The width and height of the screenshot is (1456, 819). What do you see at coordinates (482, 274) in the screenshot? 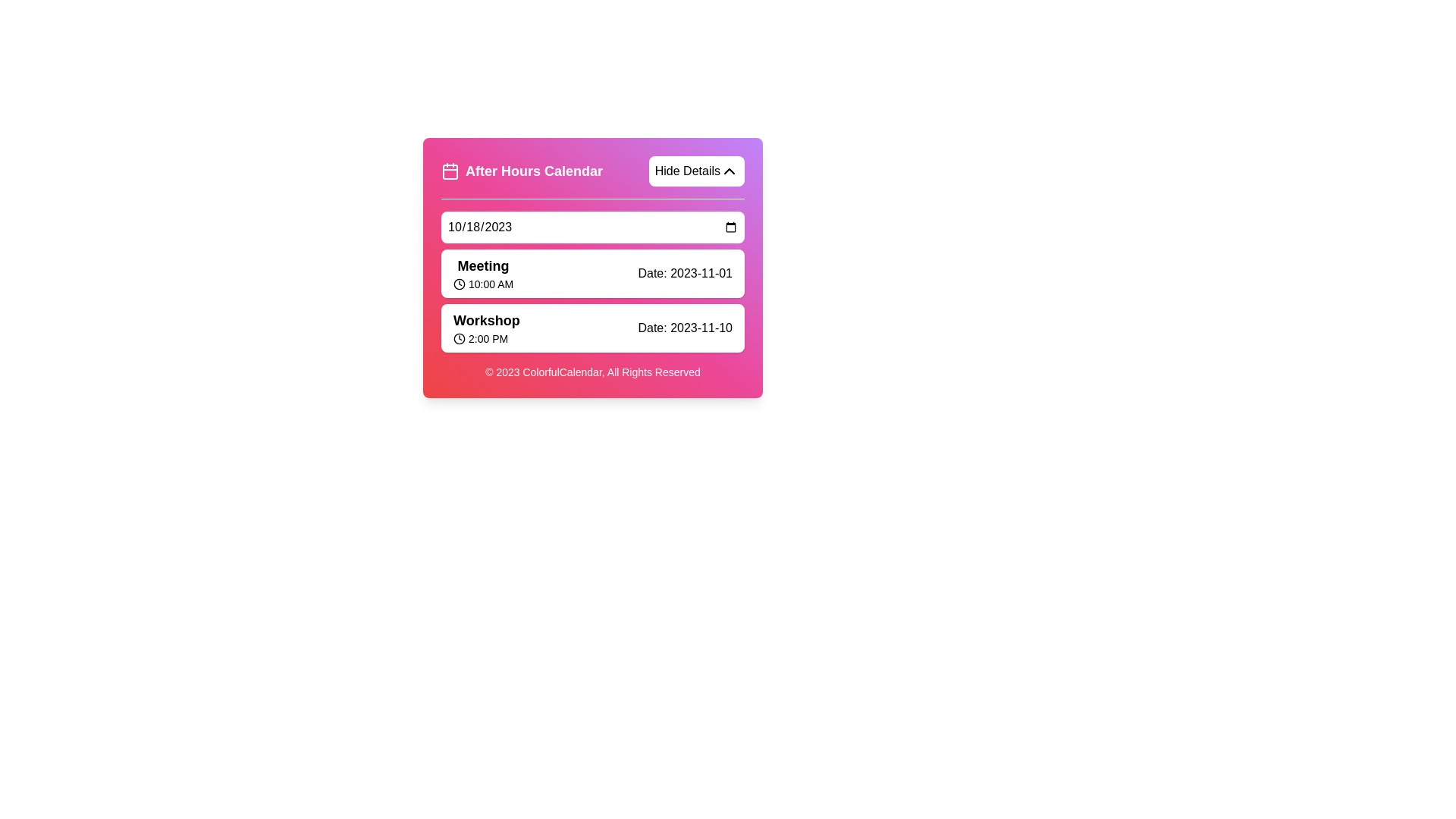
I see `the Event display item titled 'Meeting' with the time '10:00 AM'` at bounding box center [482, 274].